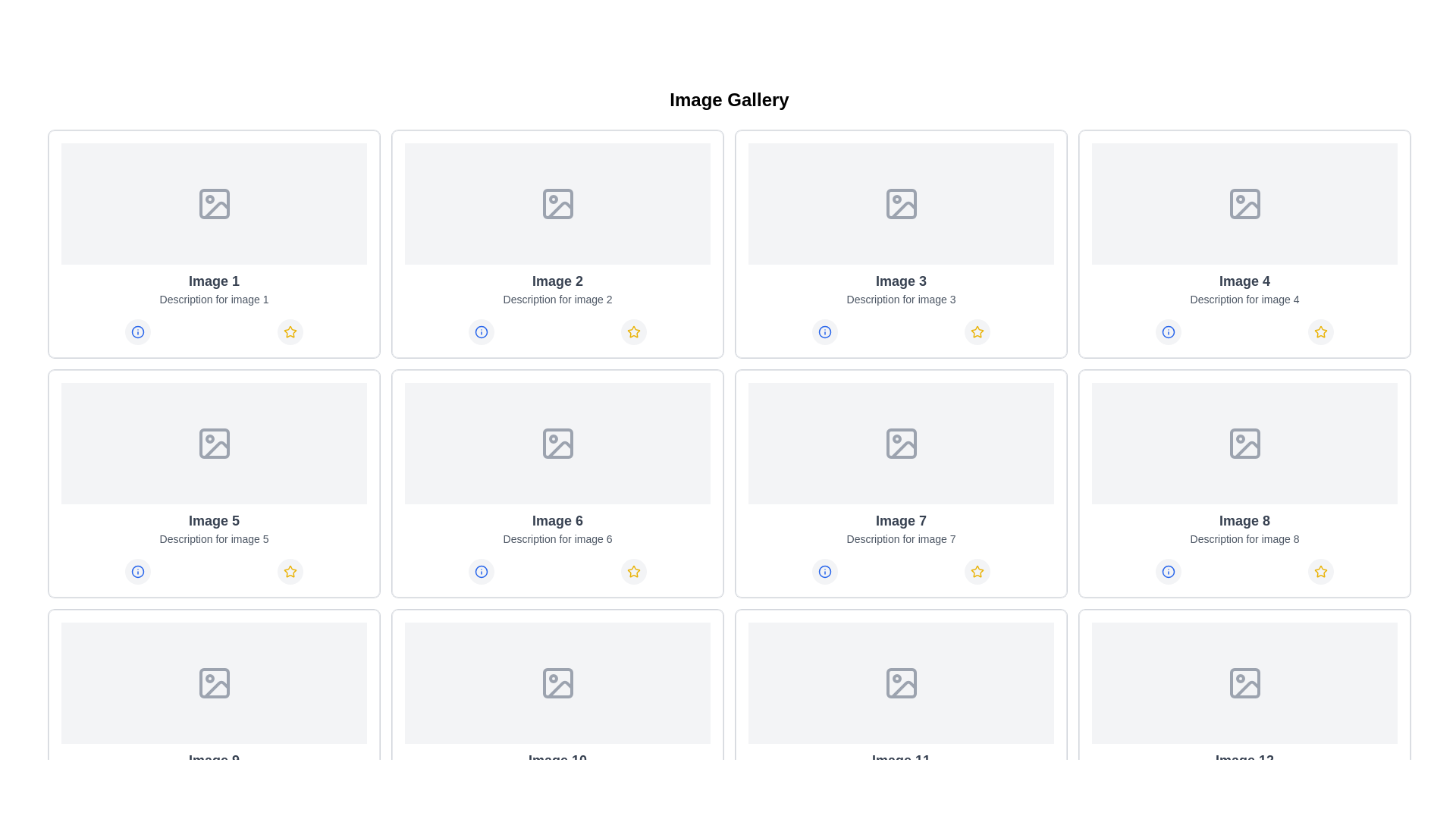  I want to click on the star icon button below 'Image 7' in the 'Image Gallery' section to rate it positively, so click(977, 571).